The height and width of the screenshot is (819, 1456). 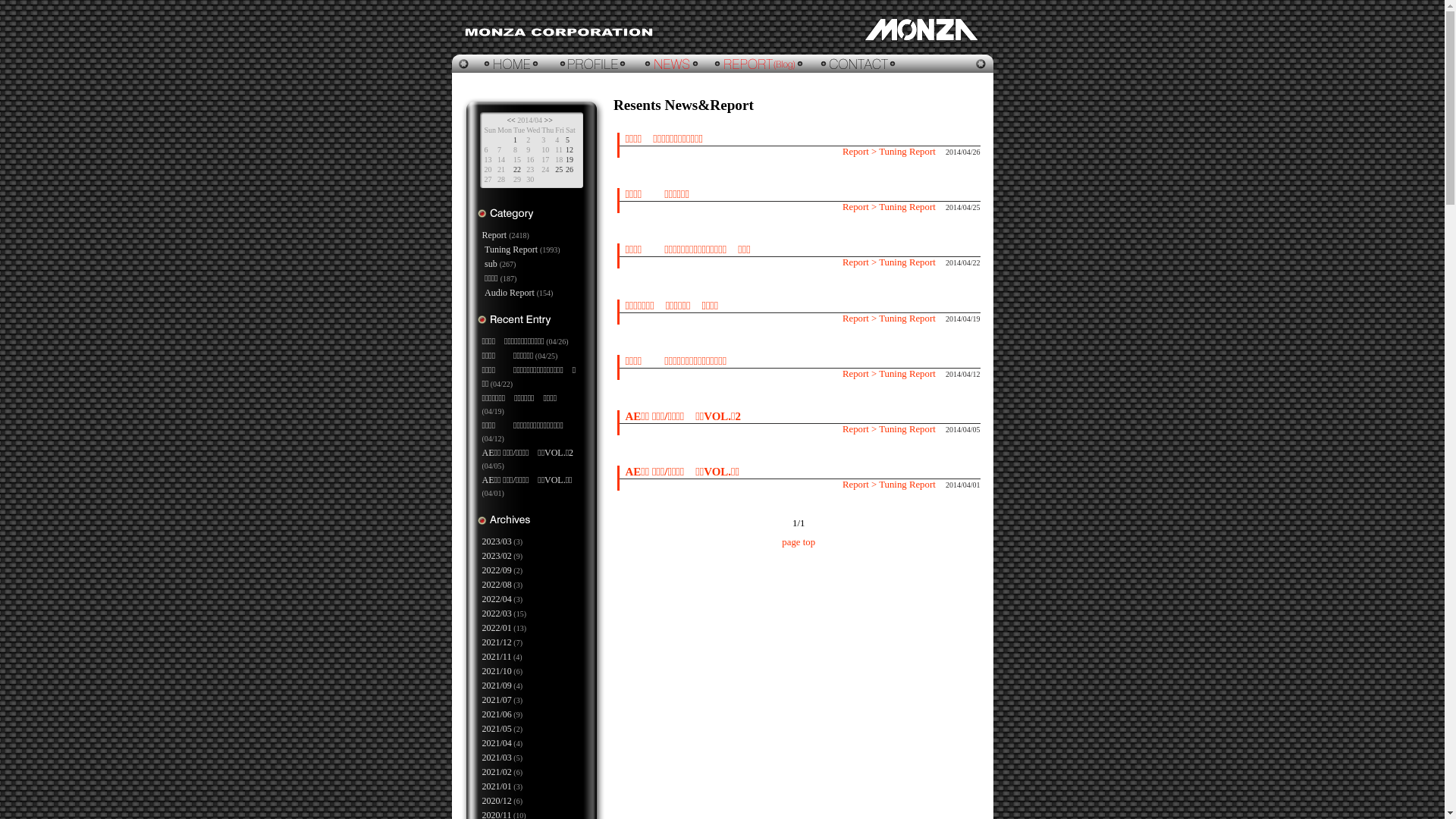 I want to click on '2021/02', so click(x=497, y=772).